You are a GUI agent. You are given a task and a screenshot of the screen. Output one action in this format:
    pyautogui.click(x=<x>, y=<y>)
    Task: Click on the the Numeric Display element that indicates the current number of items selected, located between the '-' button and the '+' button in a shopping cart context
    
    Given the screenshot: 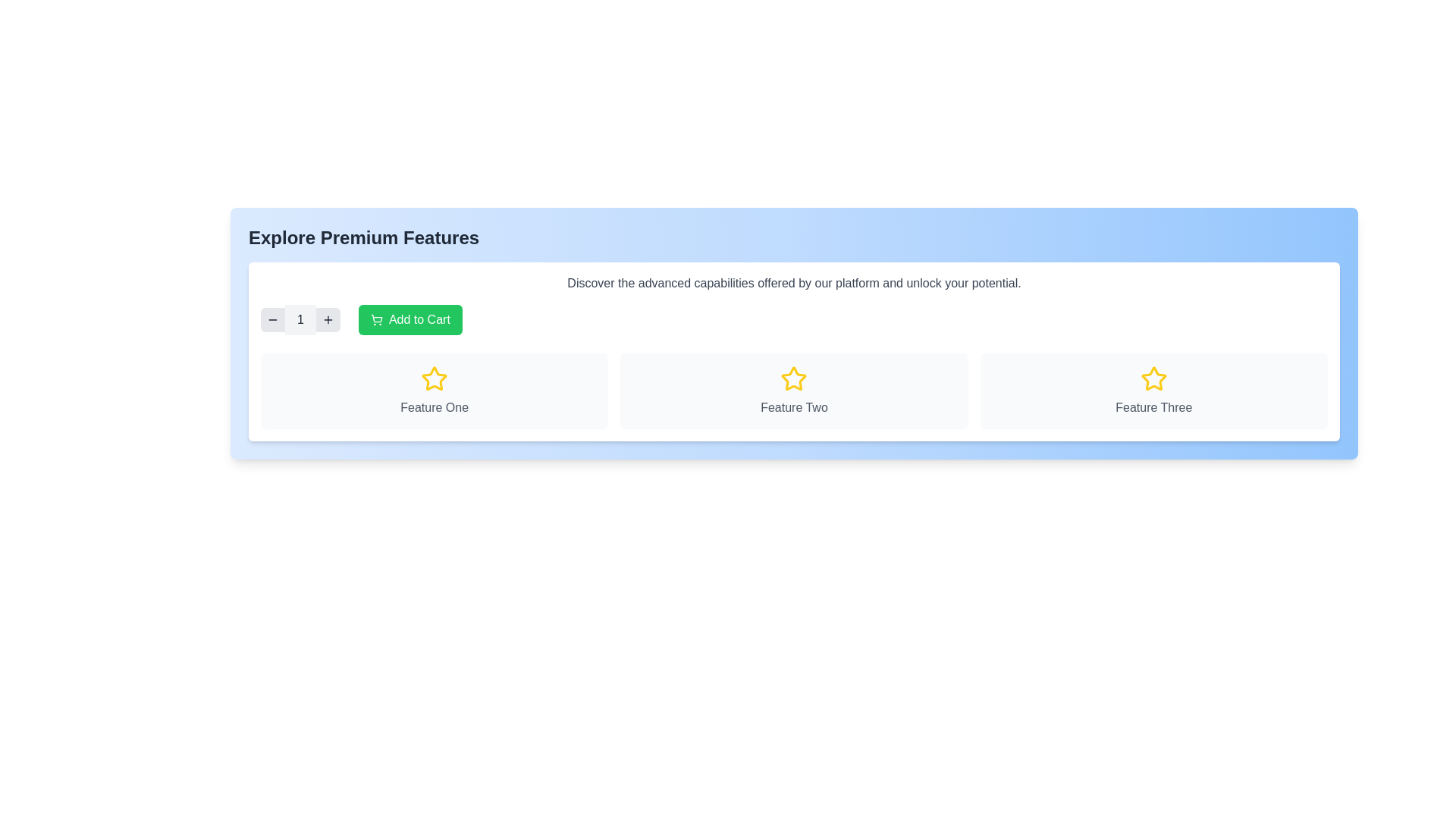 What is the action you would take?
    pyautogui.click(x=300, y=318)
    